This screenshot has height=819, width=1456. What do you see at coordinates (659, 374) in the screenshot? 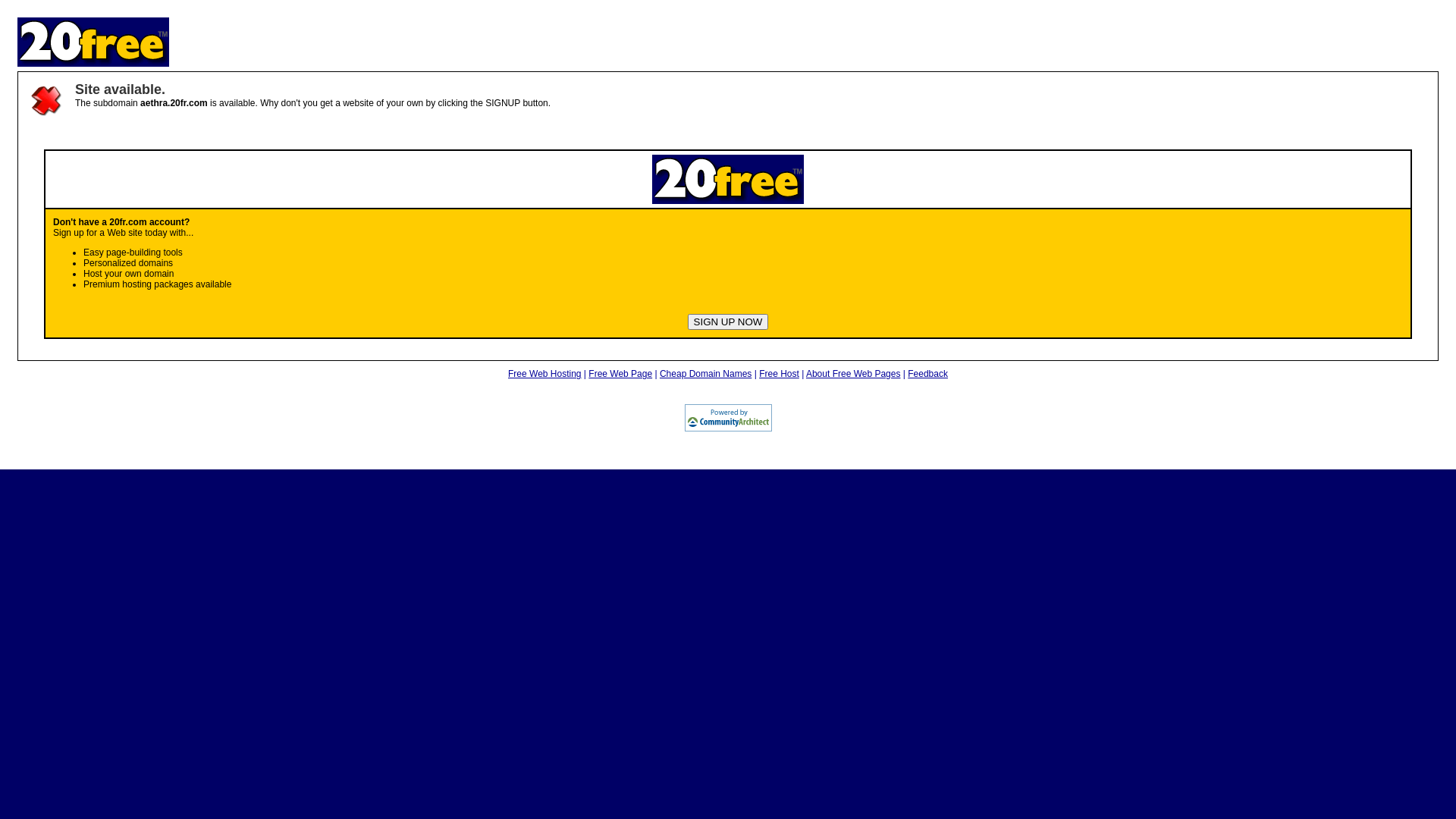
I see `'Cheap Domain Names'` at bounding box center [659, 374].